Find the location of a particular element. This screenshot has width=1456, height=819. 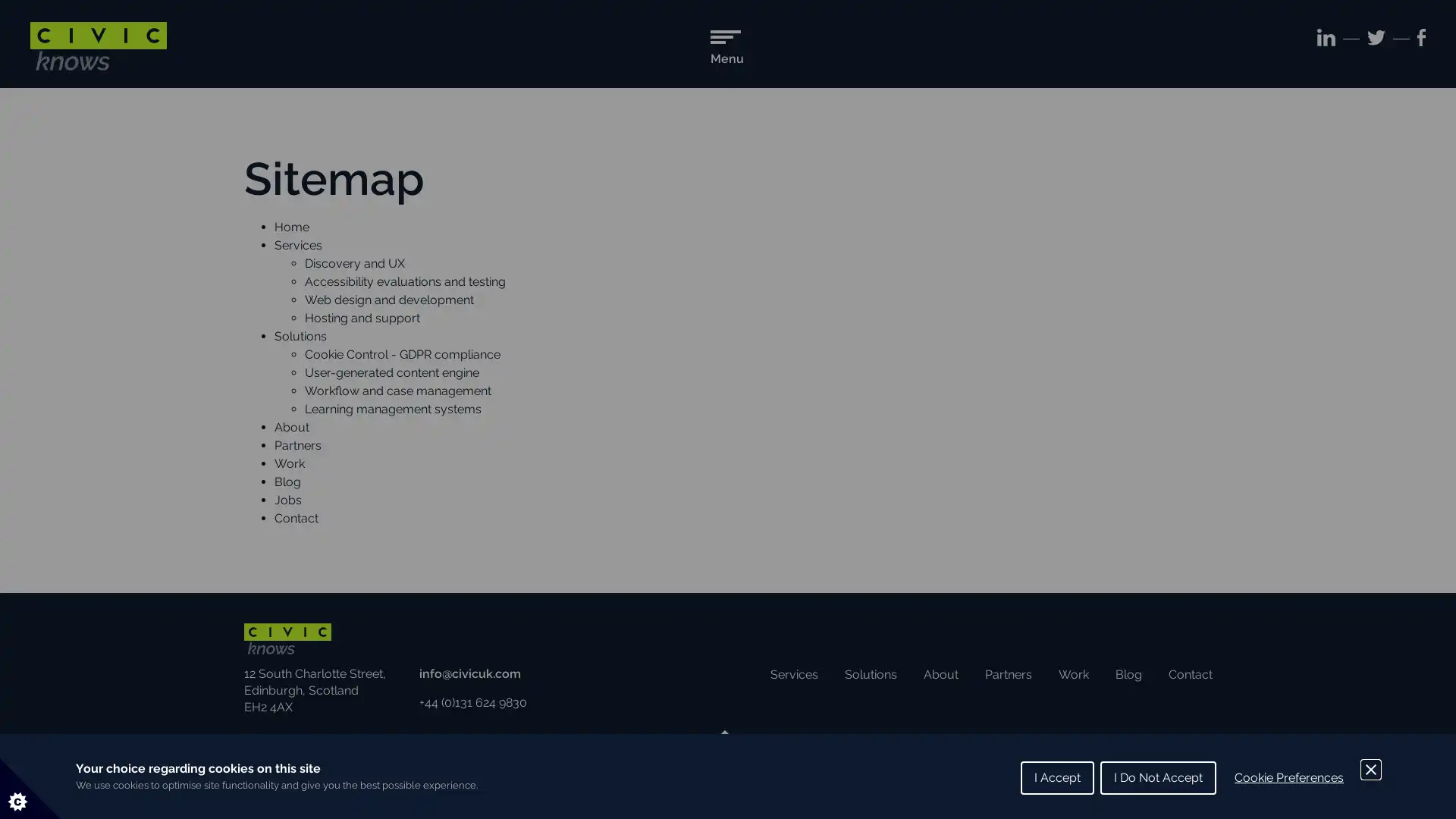

I Do Not Accept is located at coordinates (1157, 778).